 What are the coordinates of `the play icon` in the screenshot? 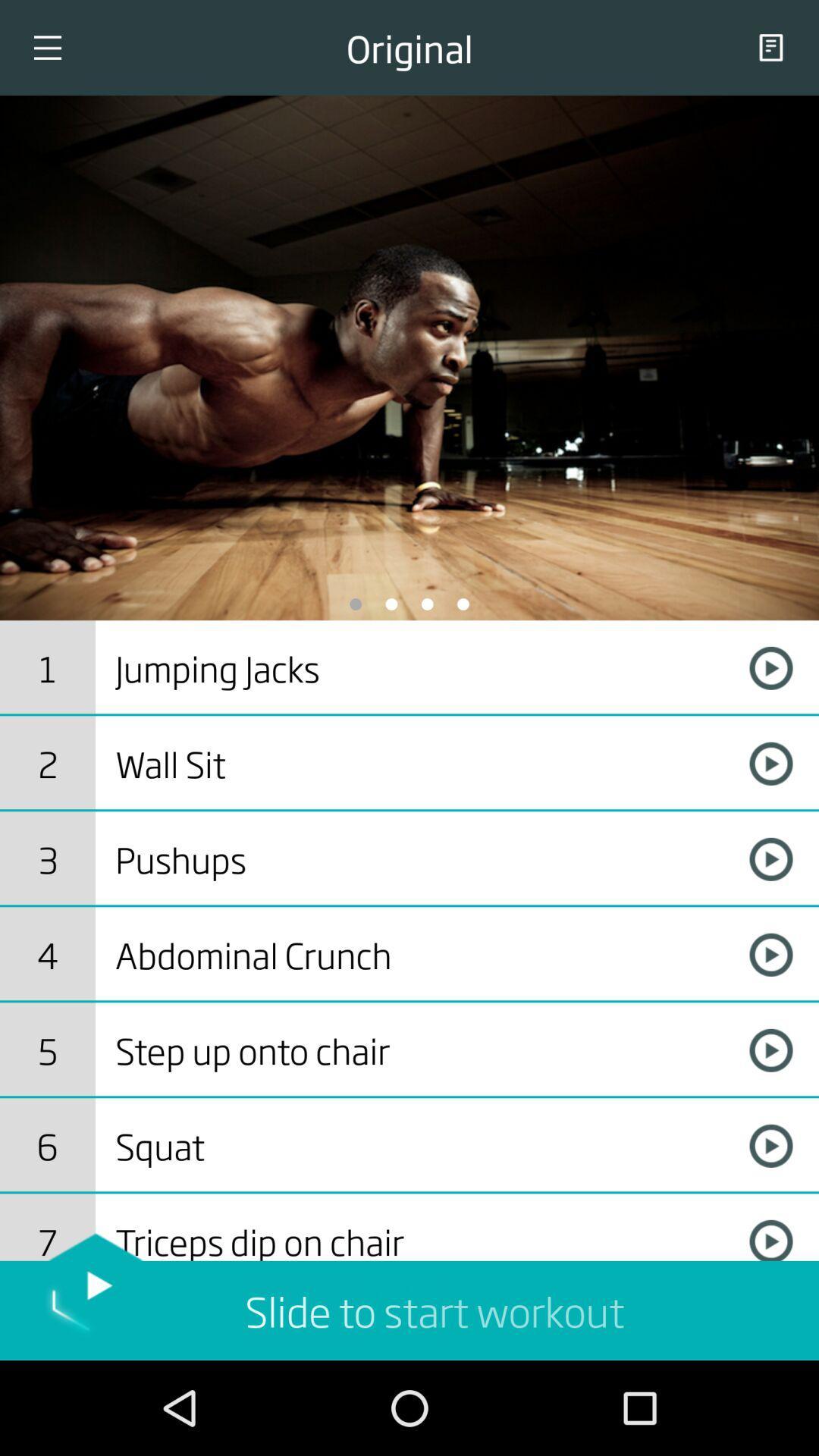 It's located at (771, 954).